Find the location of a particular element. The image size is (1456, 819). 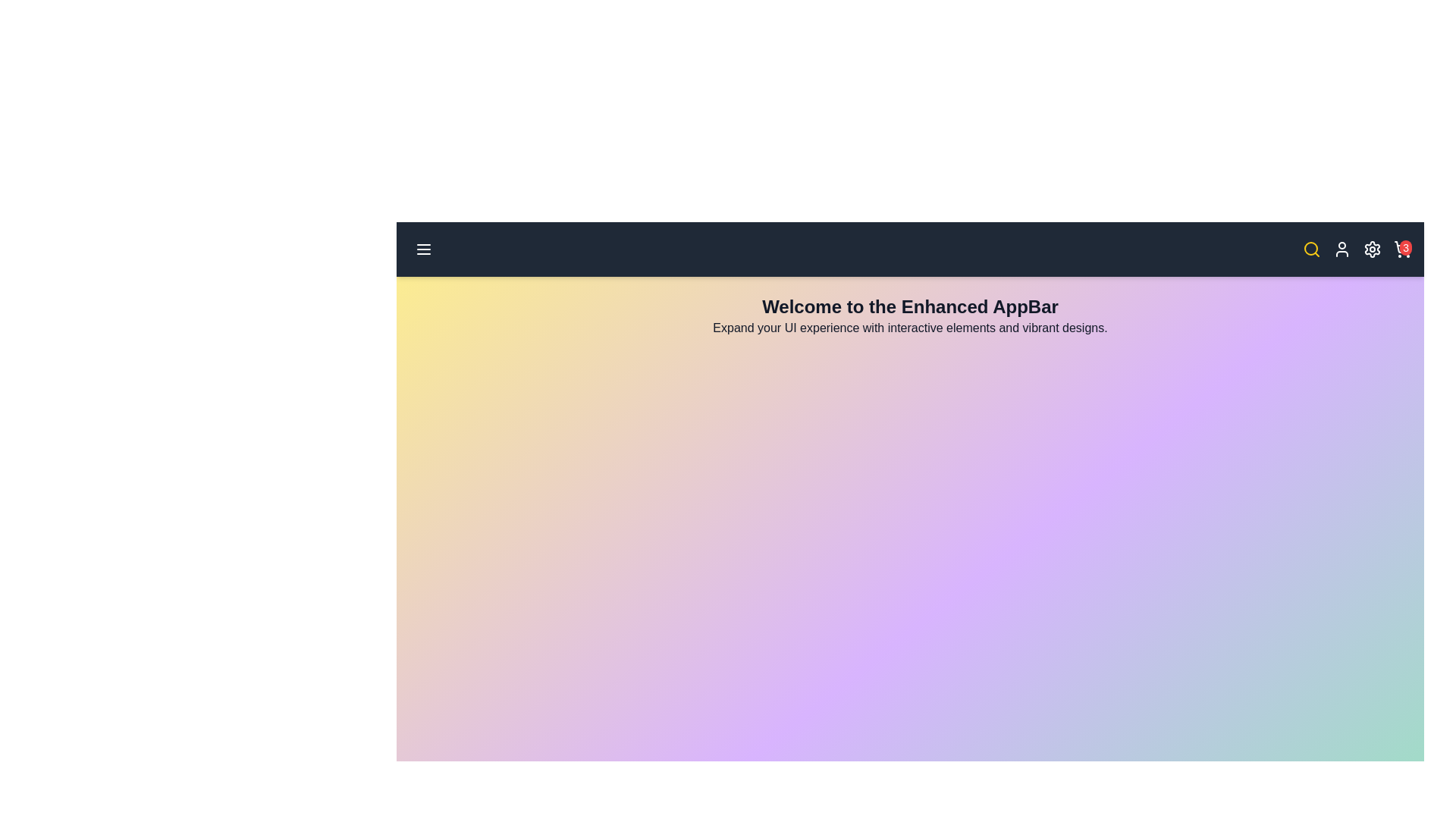

the menu icon button to toggle the menu state is located at coordinates (423, 248).